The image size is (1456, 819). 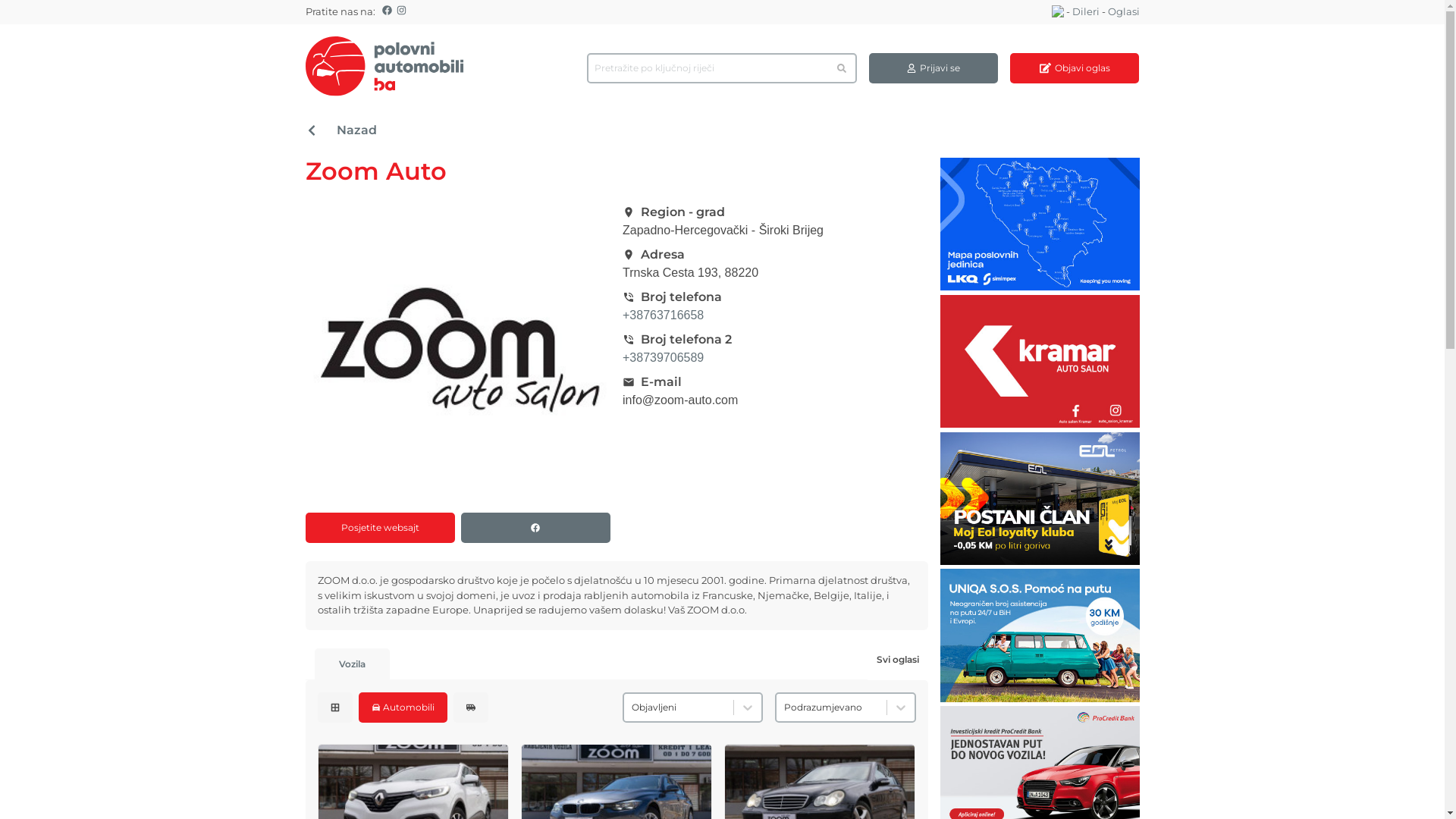 What do you see at coordinates (932, 67) in the screenshot?
I see `'Prijavi se'` at bounding box center [932, 67].